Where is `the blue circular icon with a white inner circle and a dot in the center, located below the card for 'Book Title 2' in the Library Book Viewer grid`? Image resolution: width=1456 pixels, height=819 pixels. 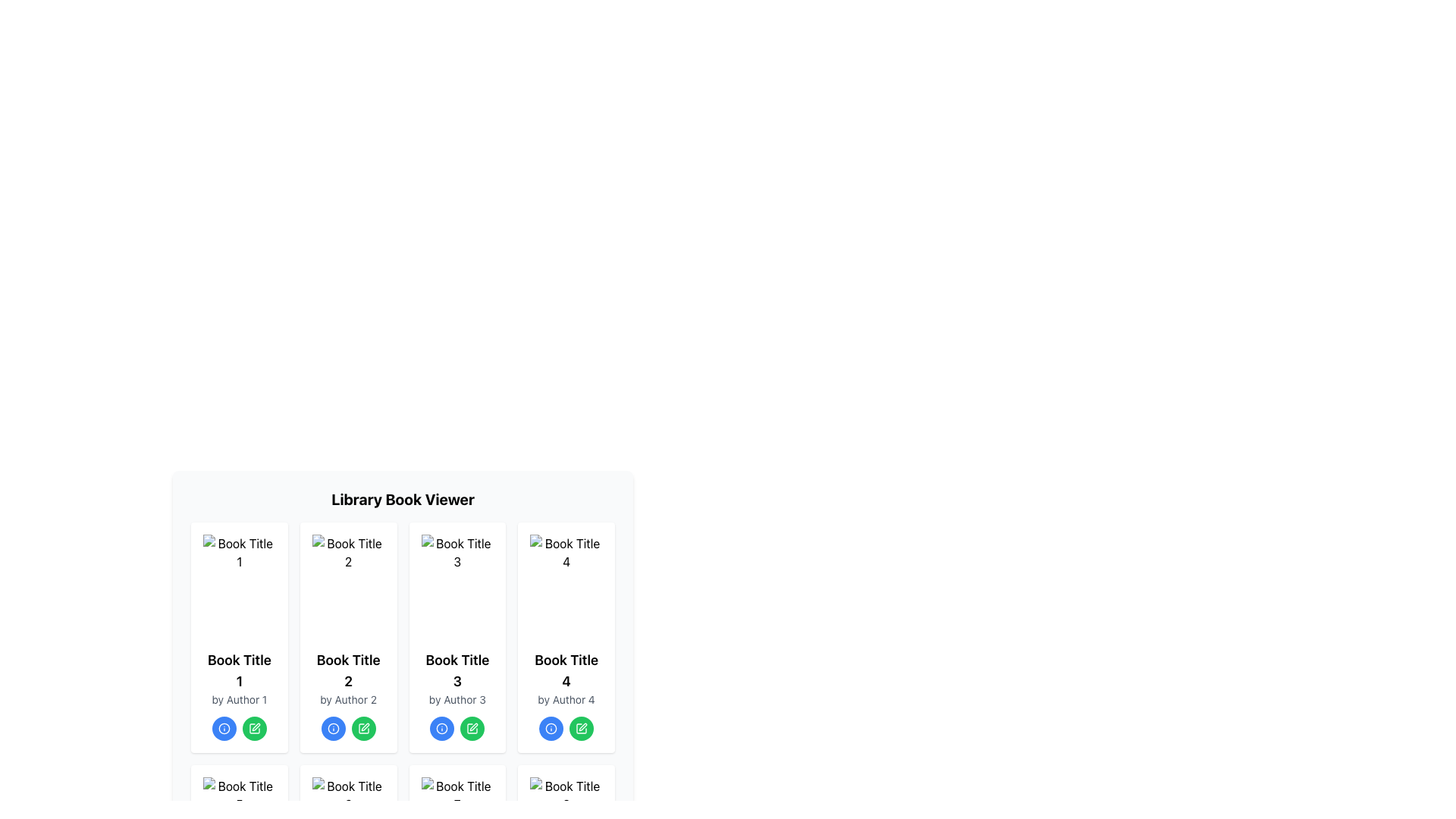 the blue circular icon with a white inner circle and a dot in the center, located below the card for 'Book Title 2' in the Library Book Viewer grid is located at coordinates (332, 727).